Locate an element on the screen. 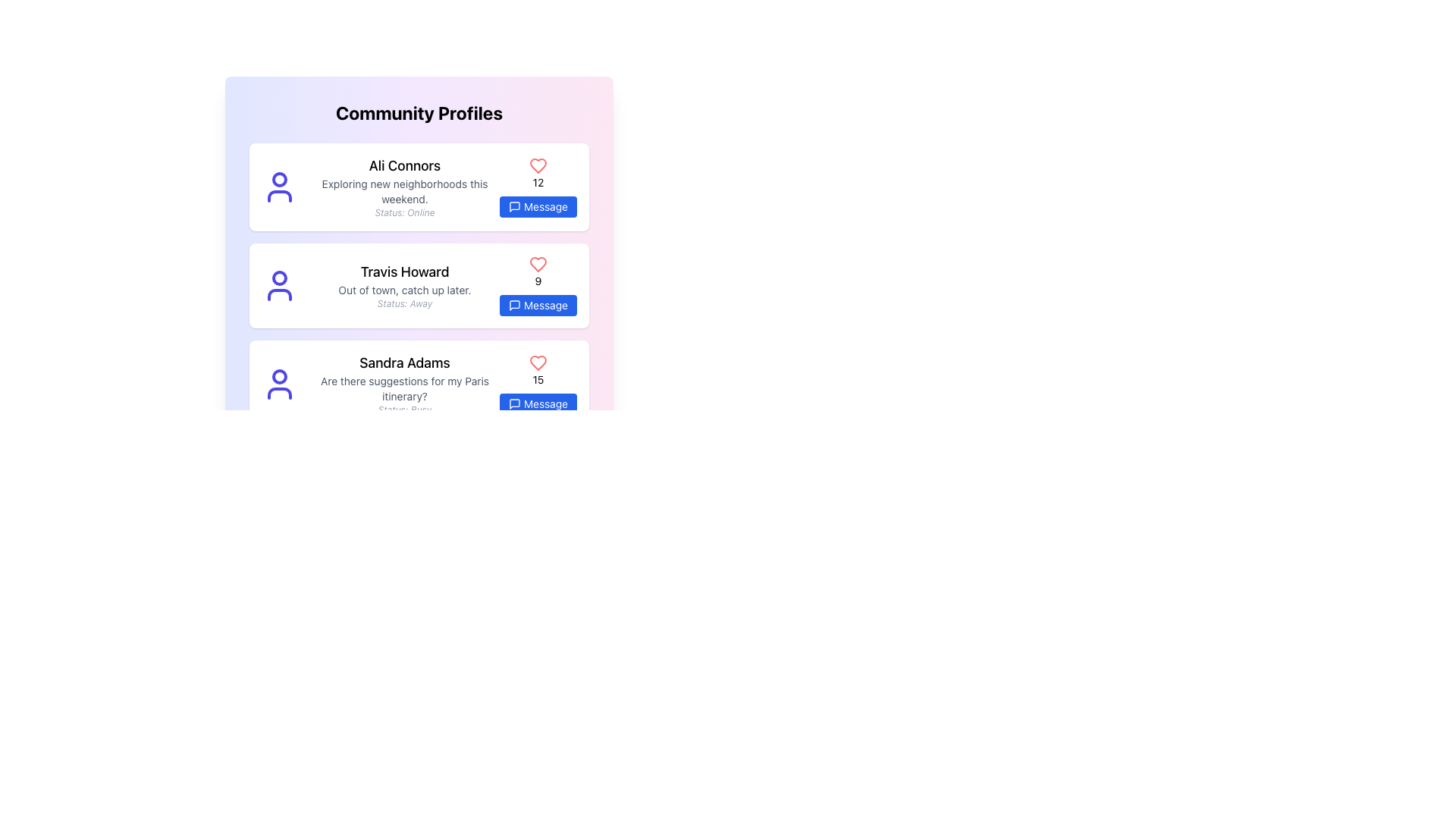  the circular graphic icon resembling a user profile image in the third card of 'Sandra Adams' in the 'Community Profiles' section is located at coordinates (280, 383).